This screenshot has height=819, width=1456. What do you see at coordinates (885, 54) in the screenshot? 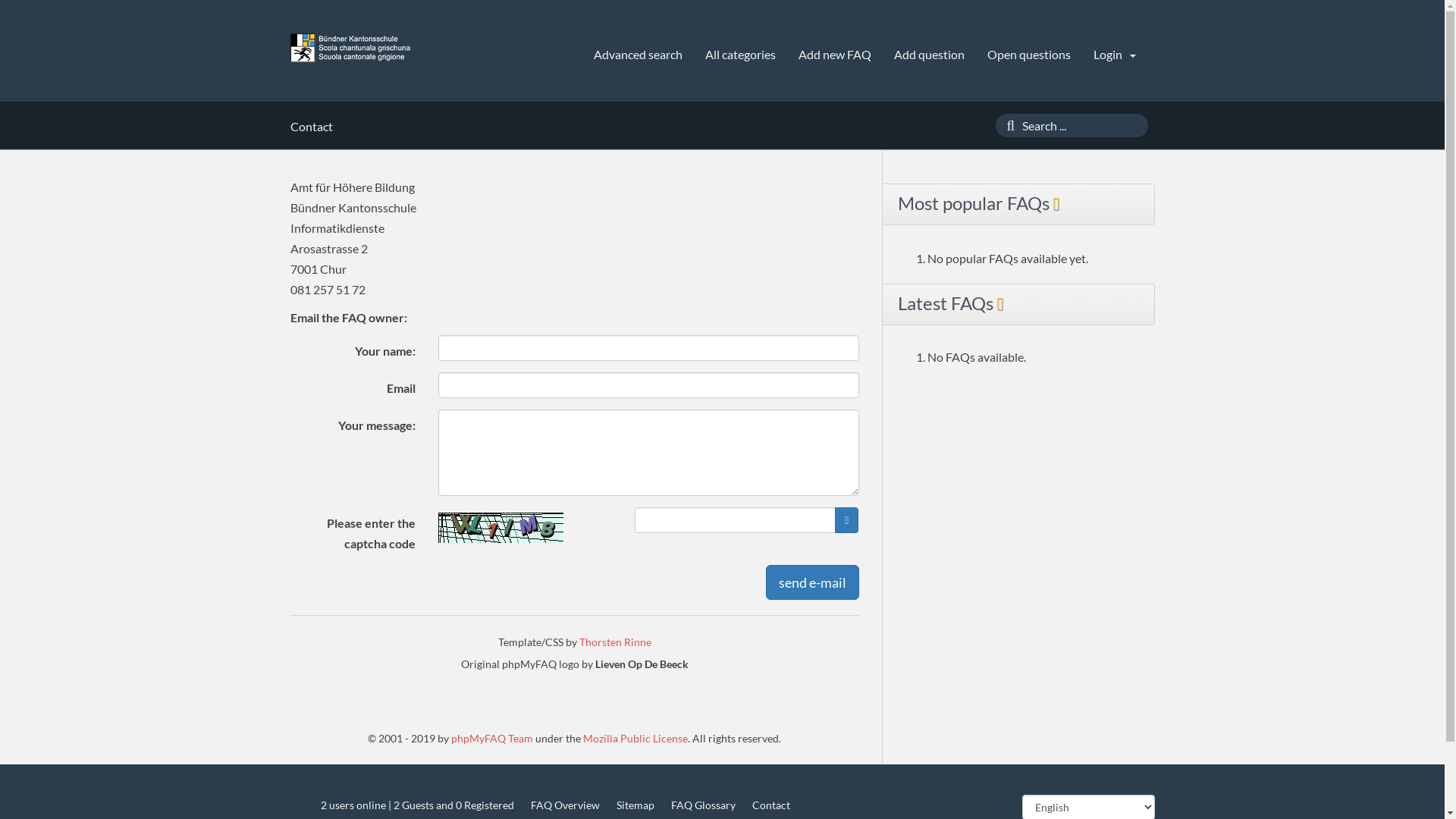
I see `'Add question'` at bounding box center [885, 54].